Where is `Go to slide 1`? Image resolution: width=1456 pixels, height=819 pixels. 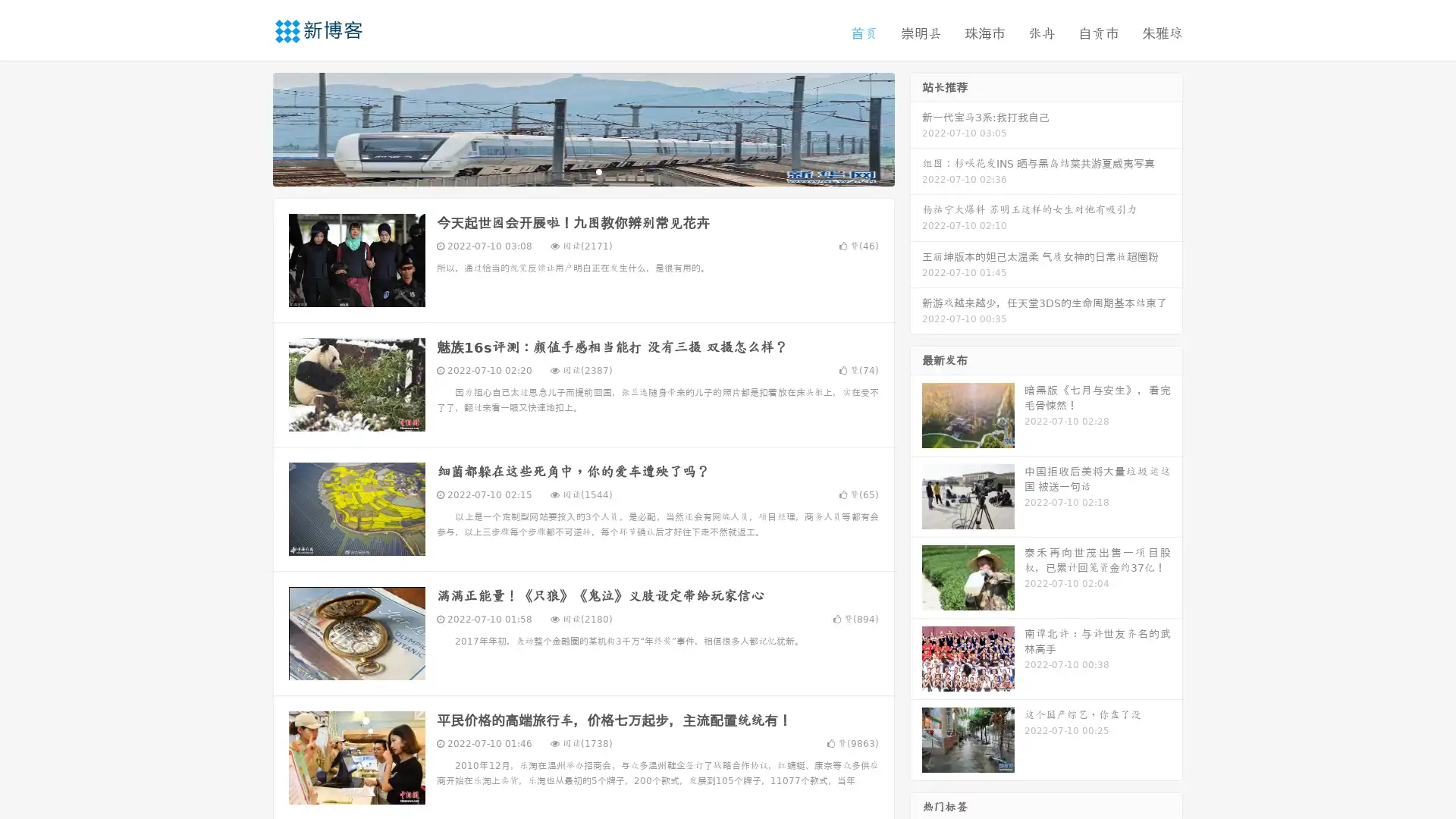 Go to slide 1 is located at coordinates (567, 171).